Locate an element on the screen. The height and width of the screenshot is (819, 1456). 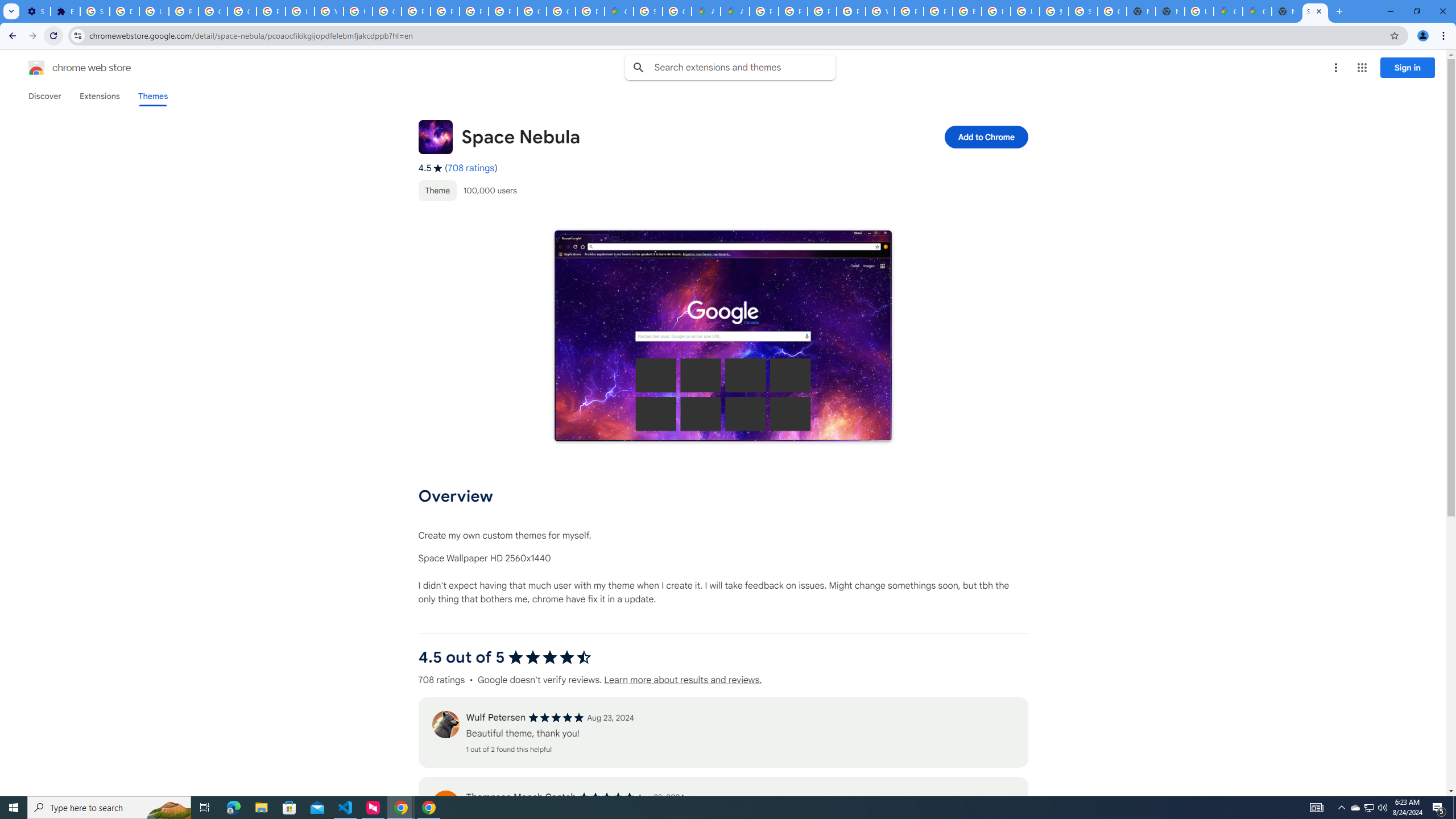
'Extensions' is located at coordinates (100, 96).